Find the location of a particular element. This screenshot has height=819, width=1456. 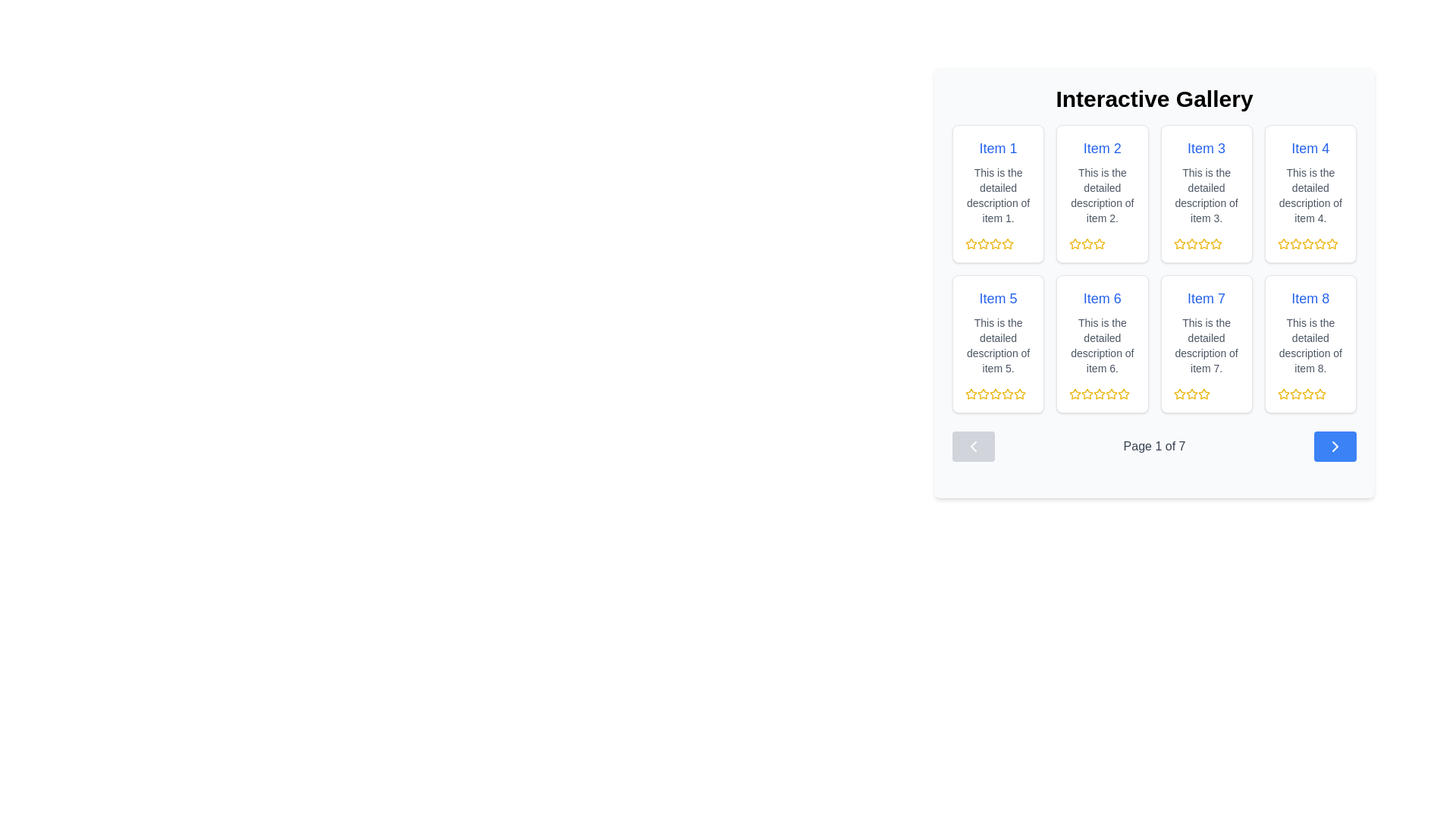

the first star icon in the rating section for 'Item 5' to indicate a potential rating value is located at coordinates (971, 394).